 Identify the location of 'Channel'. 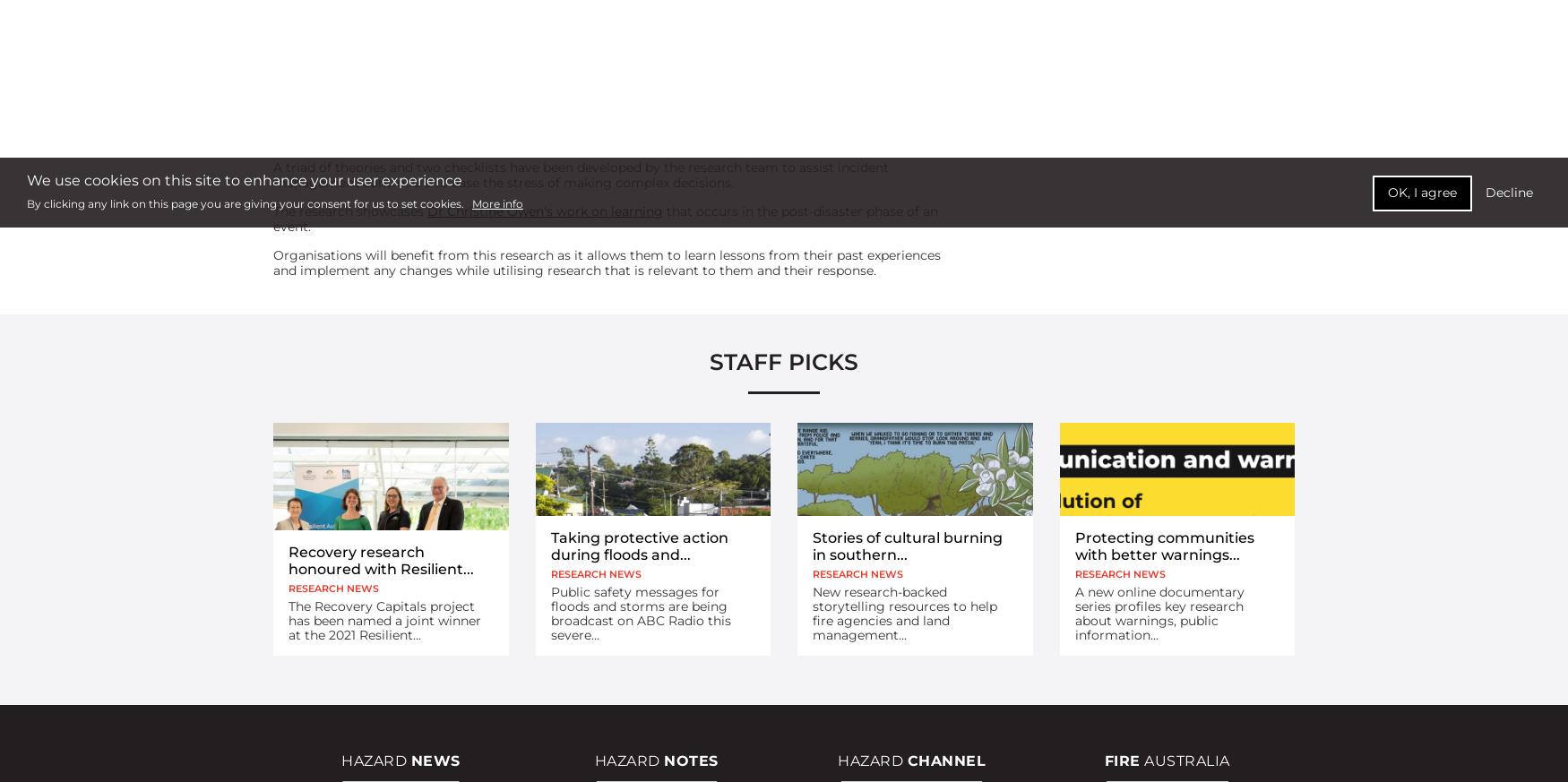
(906, 761).